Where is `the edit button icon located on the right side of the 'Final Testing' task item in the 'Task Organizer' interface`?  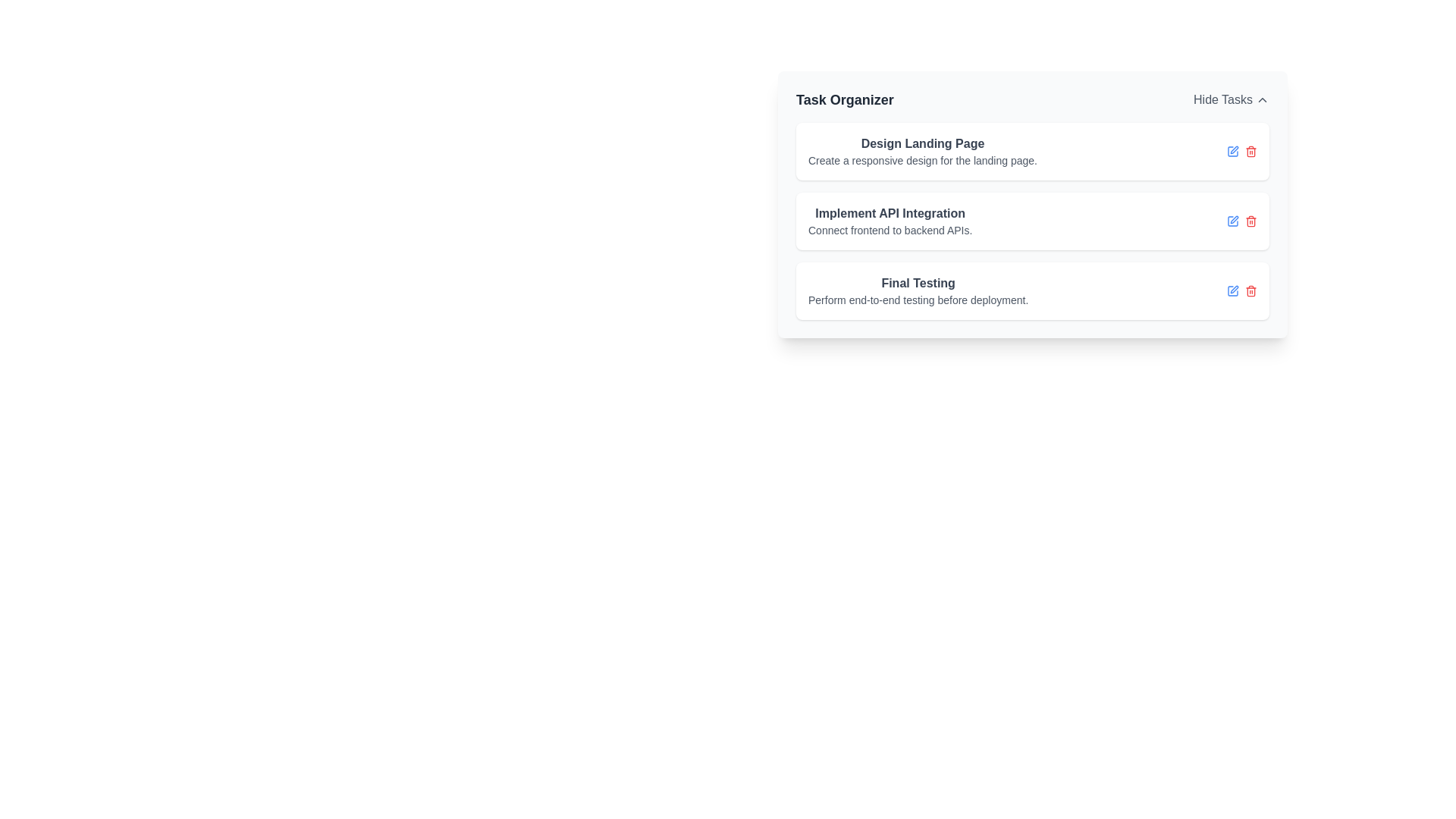
the edit button icon located on the right side of the 'Final Testing' task item in the 'Task Organizer' interface is located at coordinates (1233, 291).